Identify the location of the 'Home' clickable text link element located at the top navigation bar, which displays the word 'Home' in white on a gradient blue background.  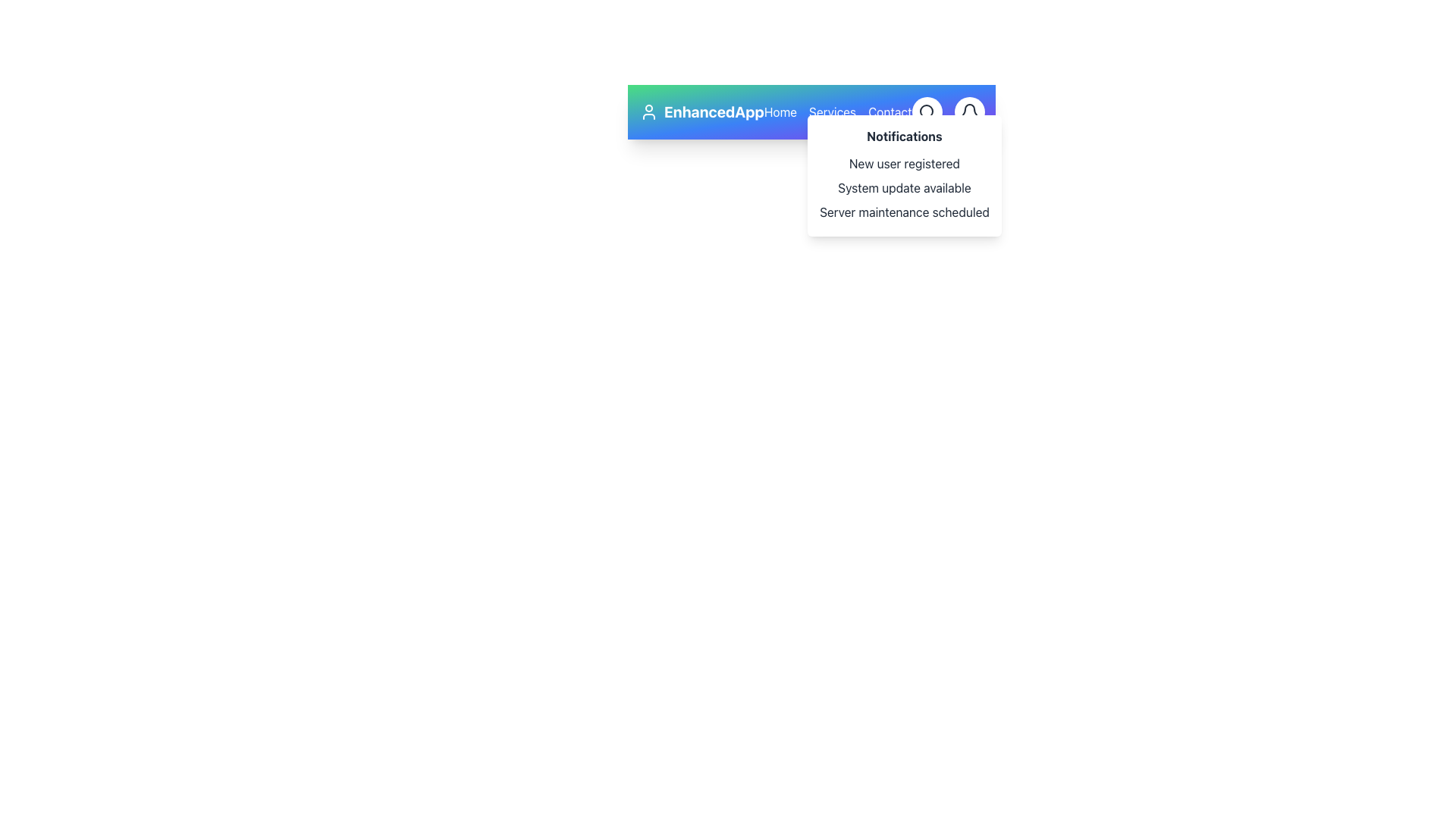
(780, 111).